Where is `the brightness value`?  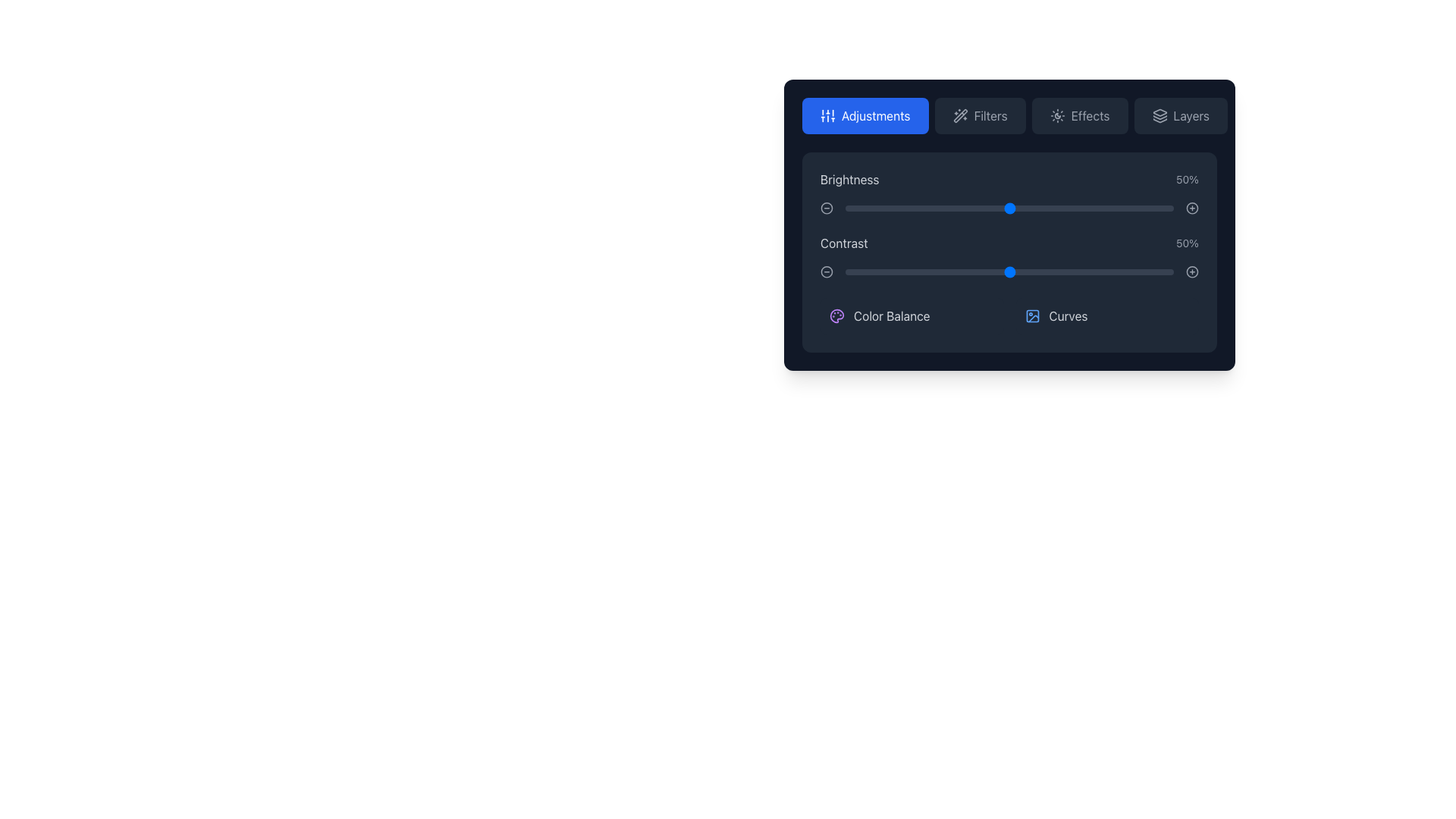
the brightness value is located at coordinates (969, 208).